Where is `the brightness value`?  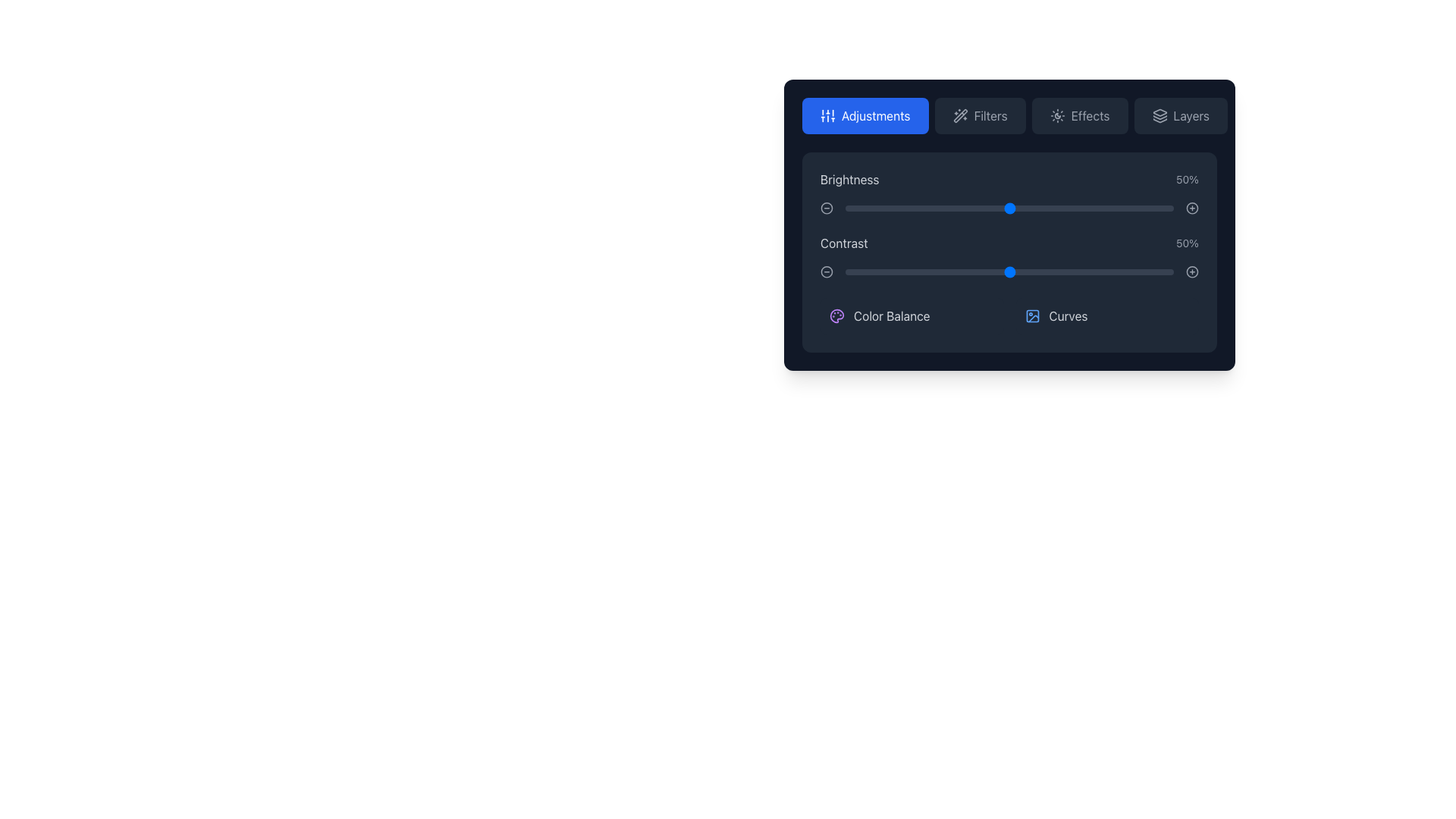
the brightness value is located at coordinates (969, 208).